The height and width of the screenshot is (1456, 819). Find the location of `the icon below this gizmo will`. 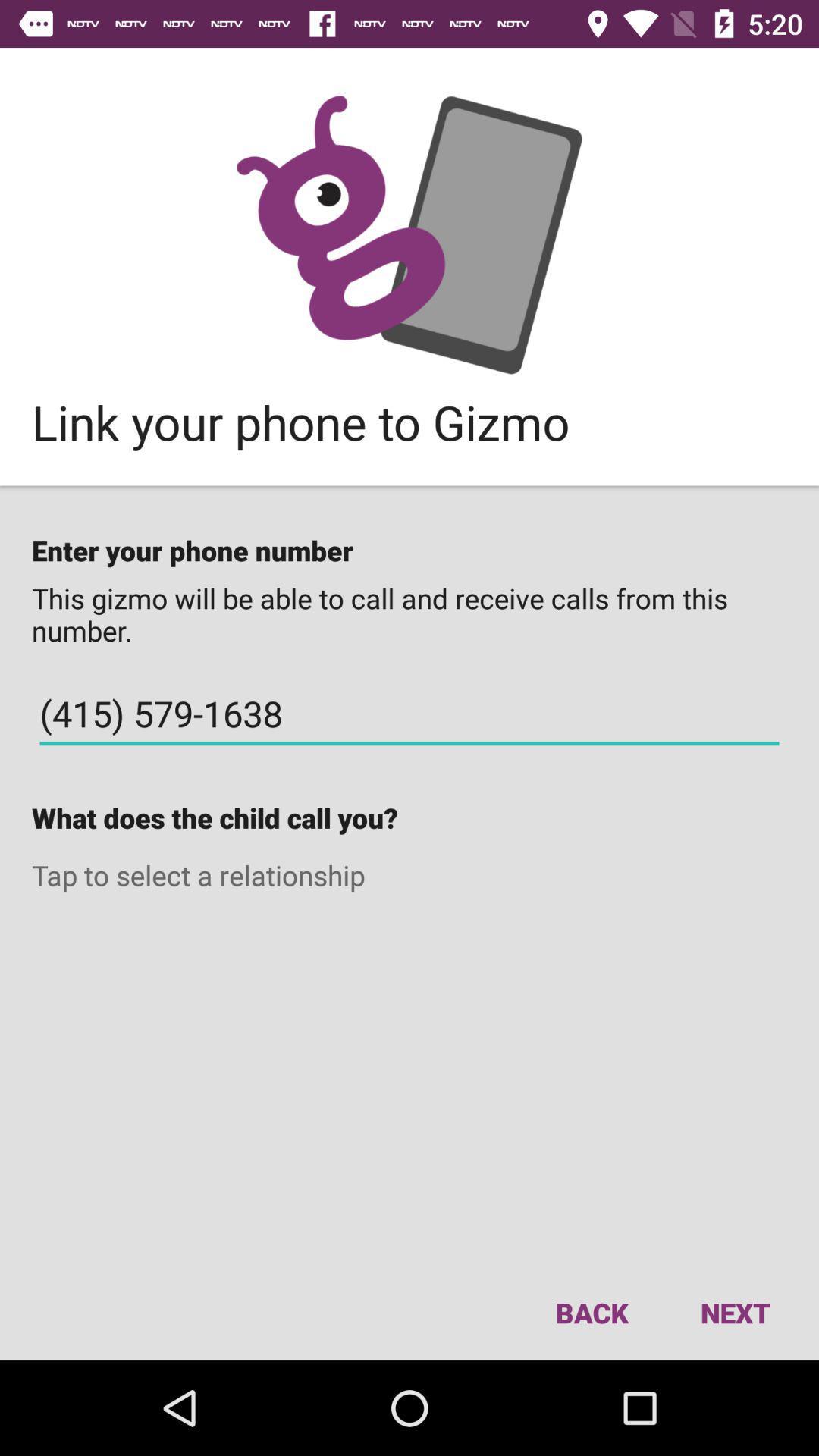

the icon below this gizmo will is located at coordinates (409, 713).